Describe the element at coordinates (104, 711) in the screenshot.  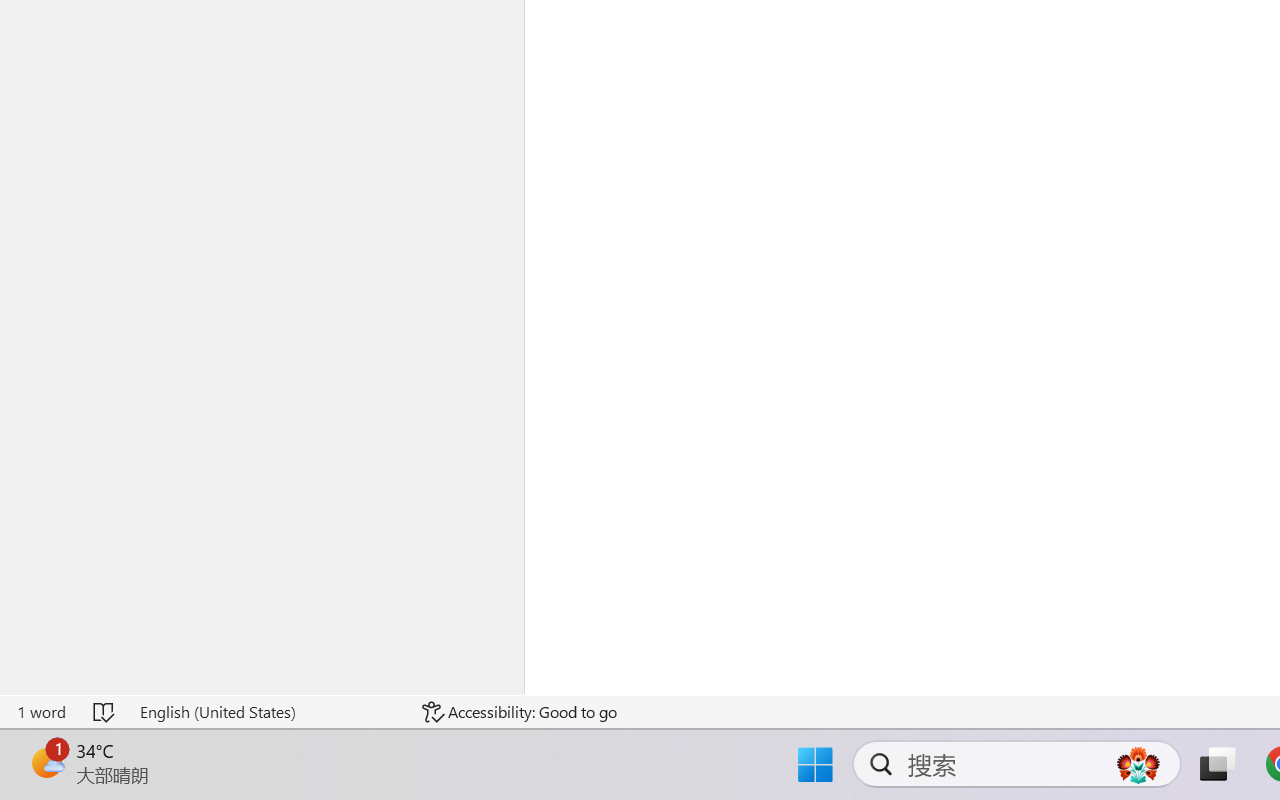
I see `'Spelling and Grammar Check No Errors'` at that location.